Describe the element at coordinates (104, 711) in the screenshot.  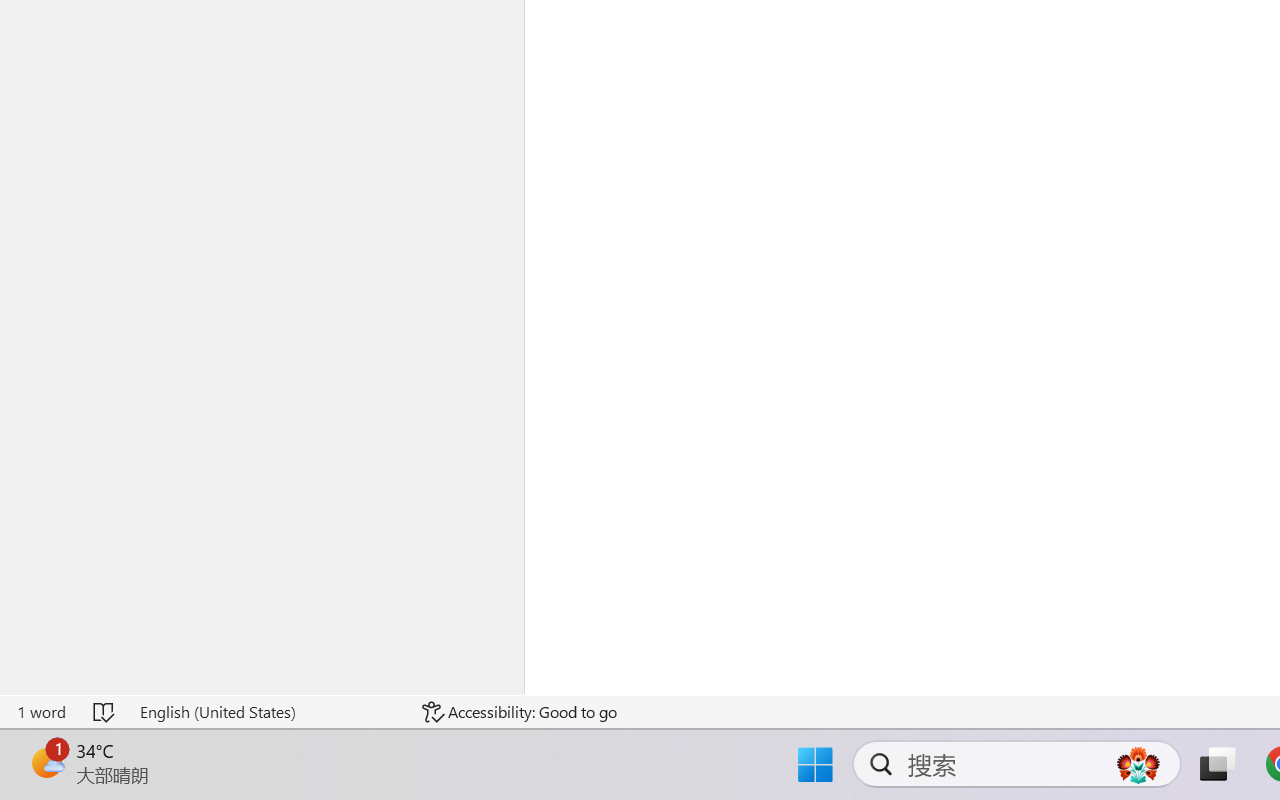
I see `'Spelling and Grammar Check No Errors'` at that location.